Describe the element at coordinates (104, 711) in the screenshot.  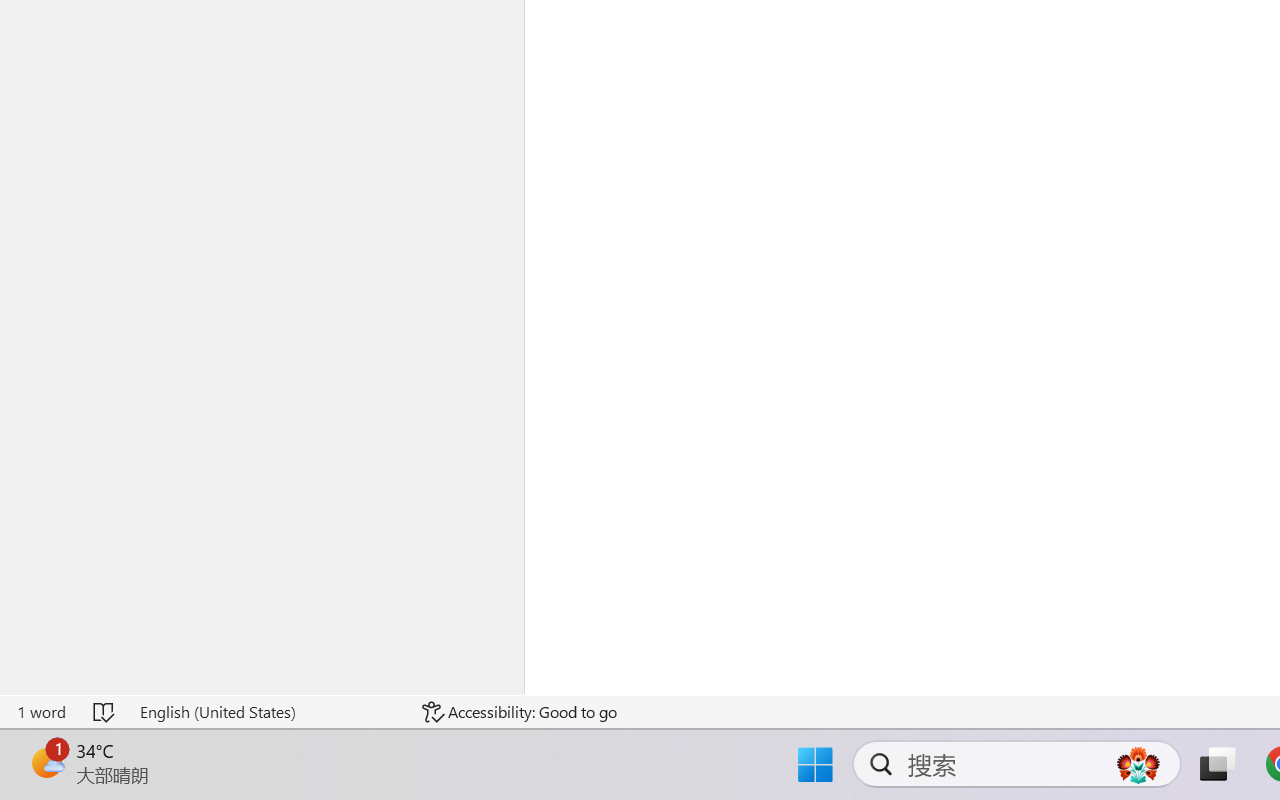
I see `'Spelling and Grammar Check No Errors'` at that location.